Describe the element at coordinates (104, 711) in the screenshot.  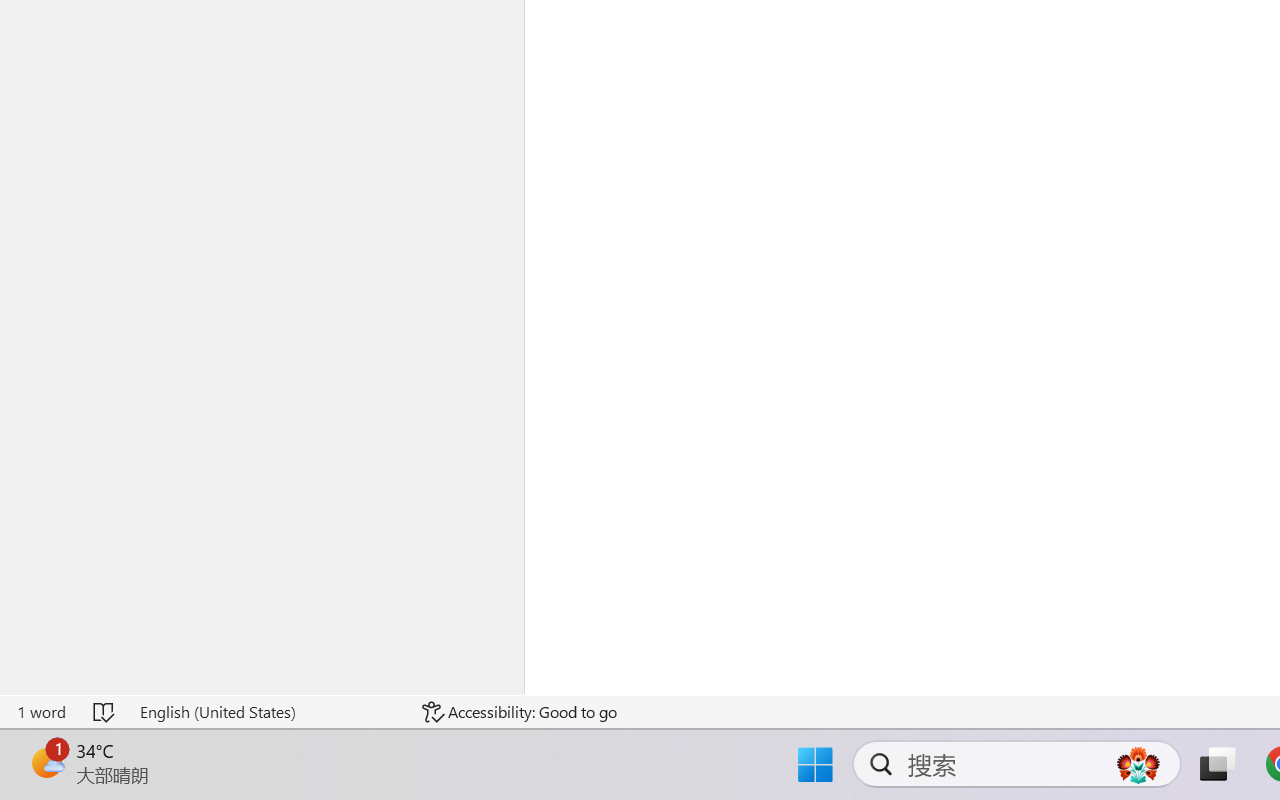
I see `'Spelling and Grammar Check No Errors'` at that location.